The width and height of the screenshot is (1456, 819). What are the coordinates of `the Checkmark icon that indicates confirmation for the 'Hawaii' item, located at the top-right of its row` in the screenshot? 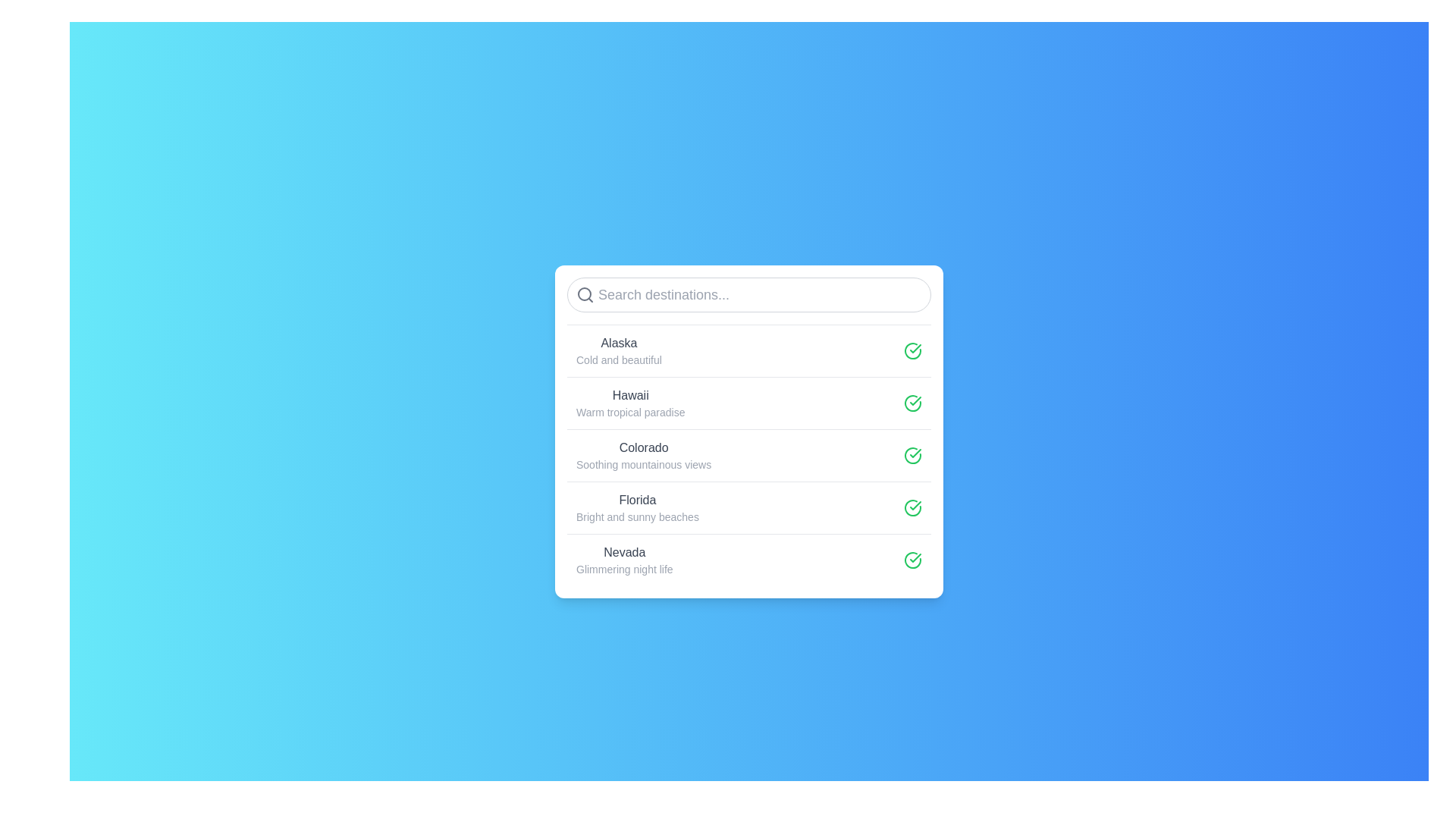 It's located at (912, 402).